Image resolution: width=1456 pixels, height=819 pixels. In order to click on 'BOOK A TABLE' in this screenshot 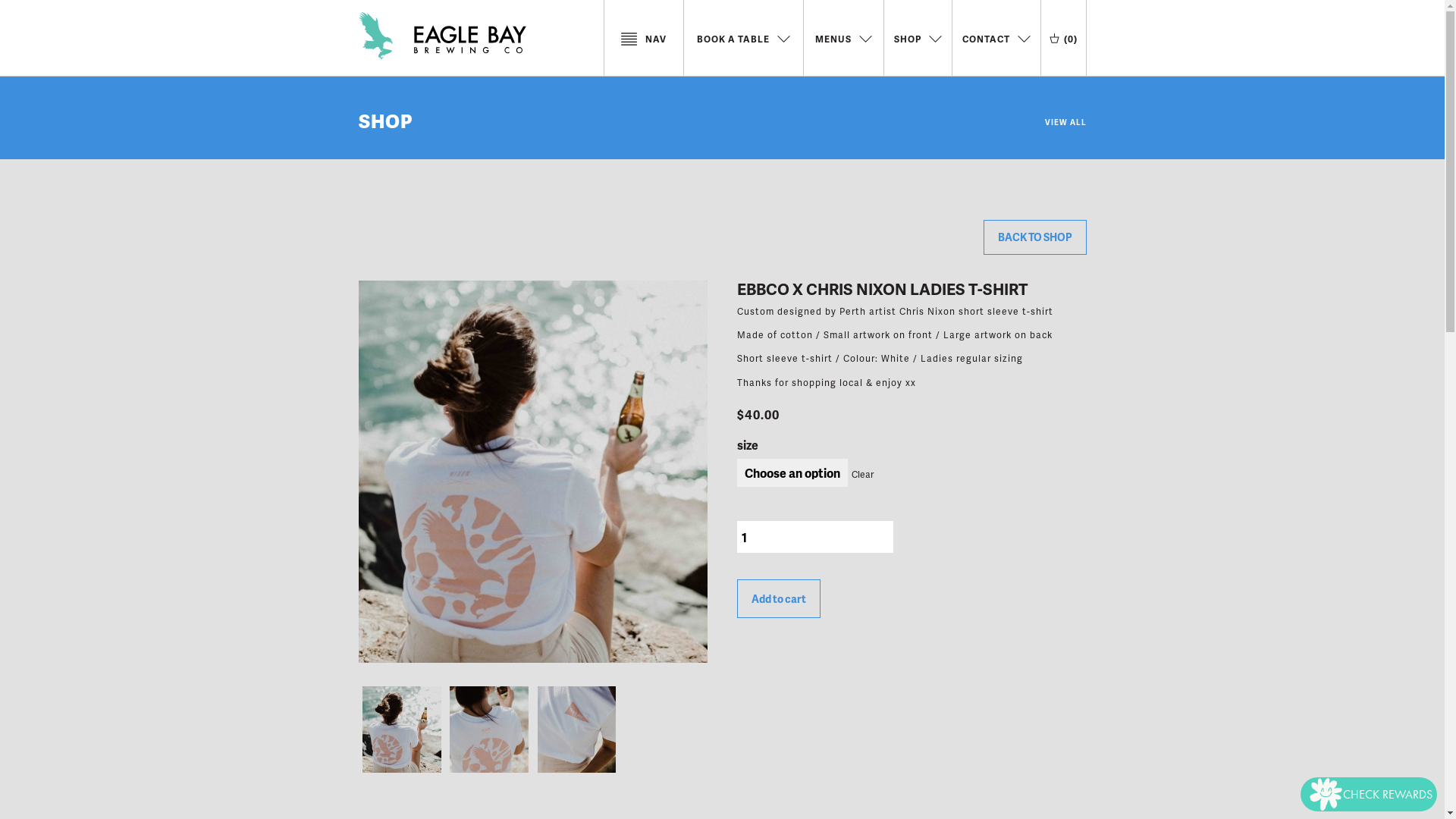, I will do `click(742, 37)`.